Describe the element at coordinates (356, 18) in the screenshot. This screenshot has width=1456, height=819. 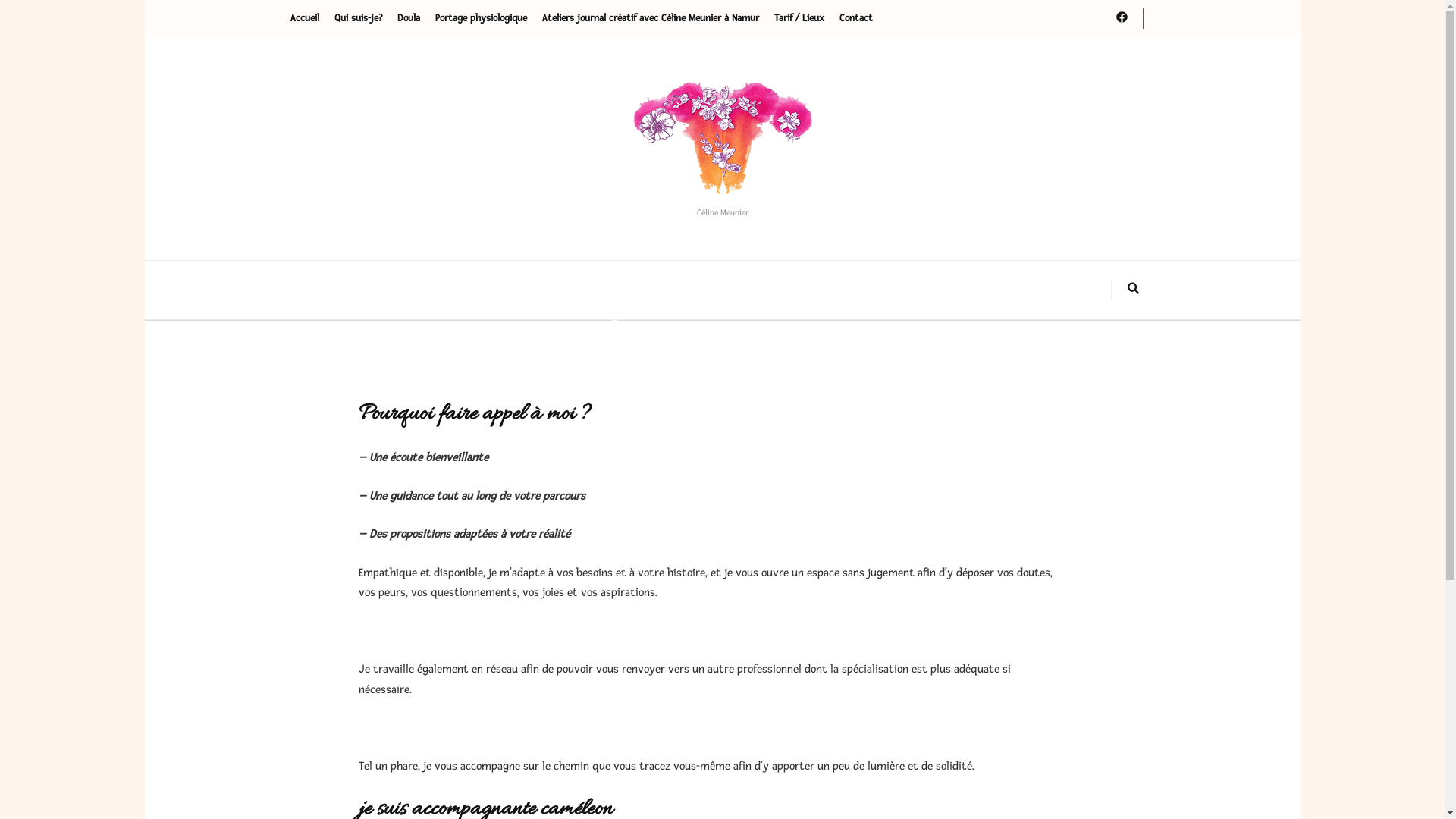
I see `'Qui suis-je?'` at that location.